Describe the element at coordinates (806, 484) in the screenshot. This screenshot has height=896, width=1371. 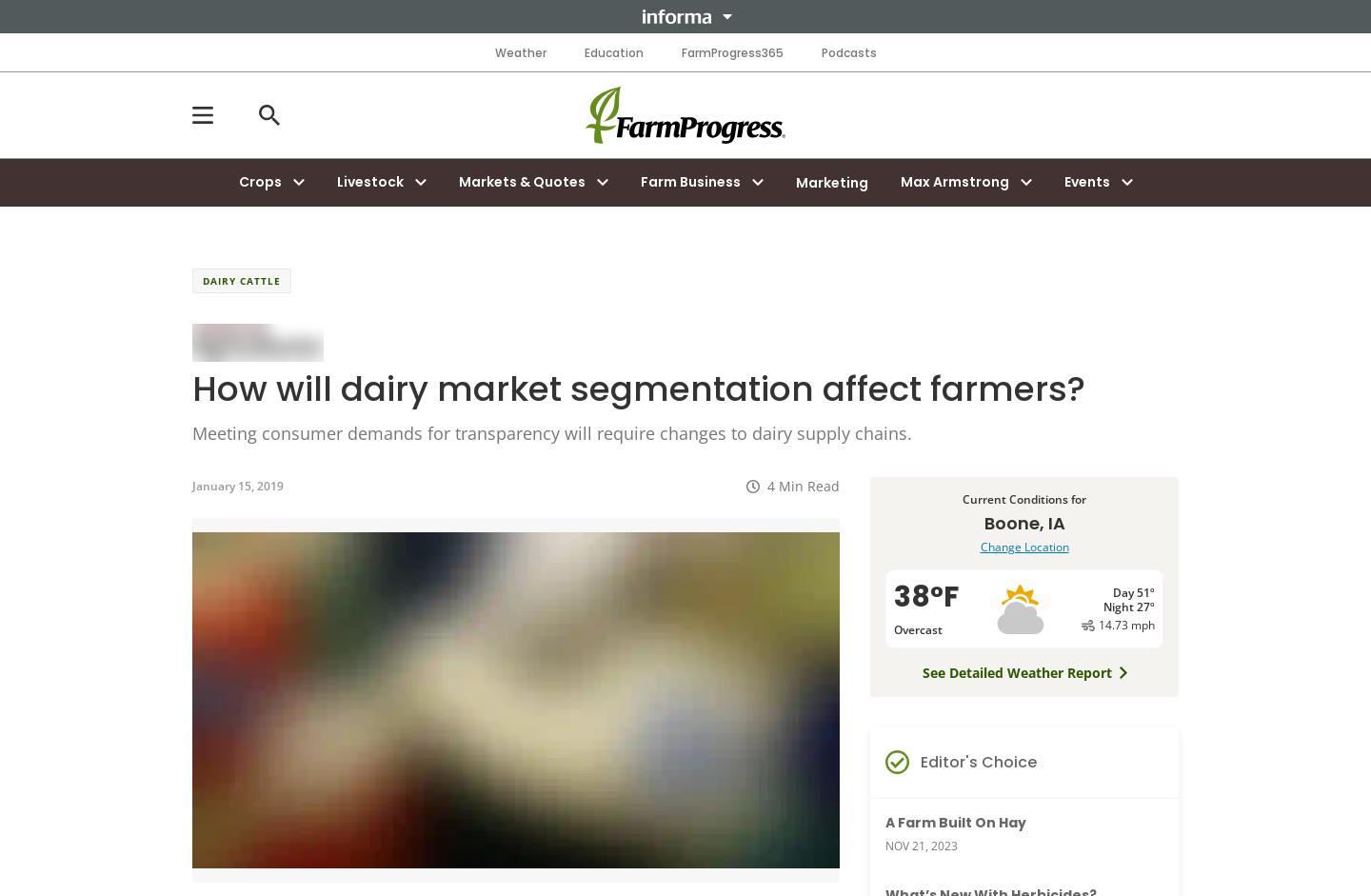
I see `'Read'` at that location.